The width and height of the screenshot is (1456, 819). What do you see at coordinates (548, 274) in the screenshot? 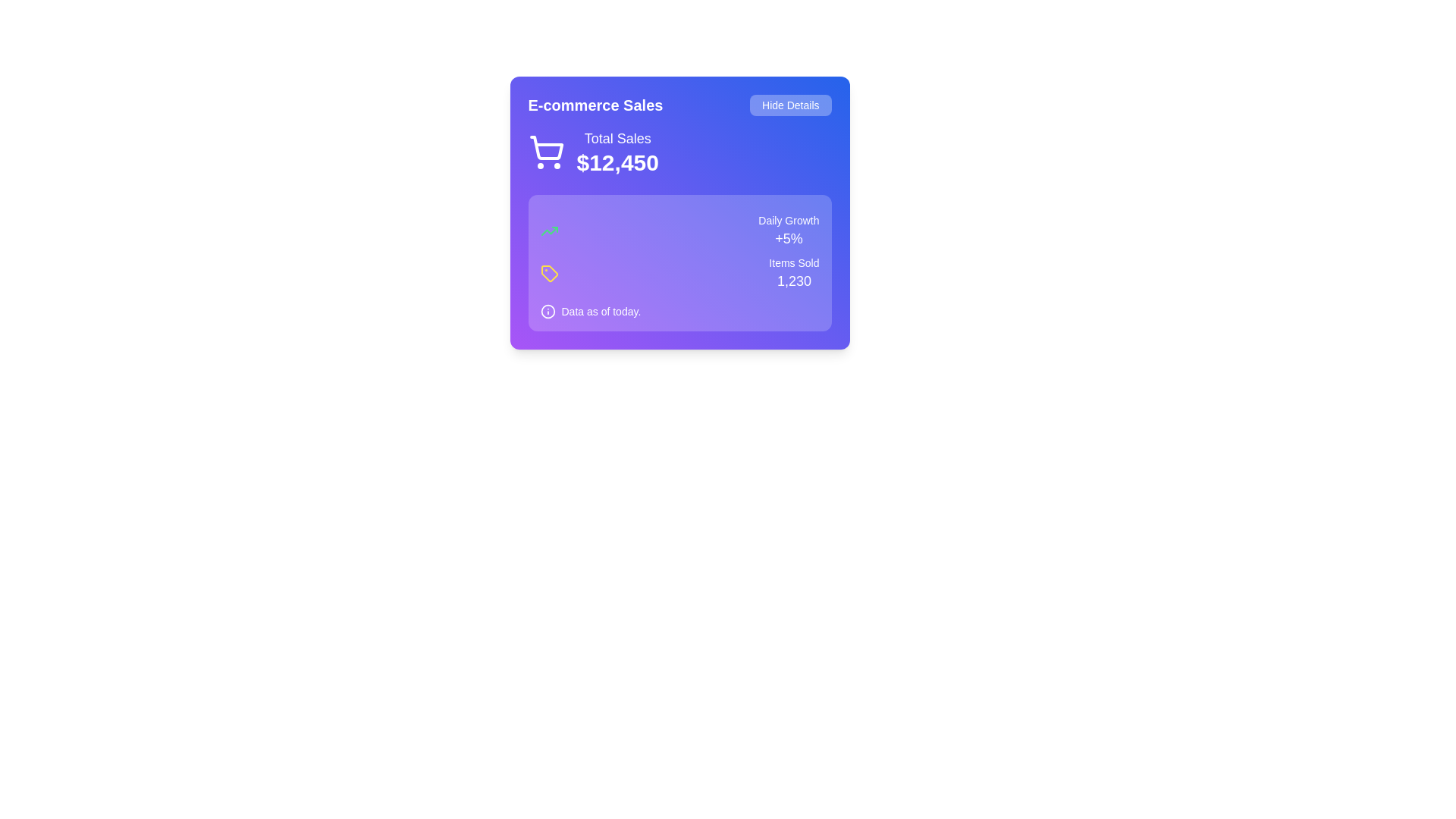
I see `the tag-shaped icon outlined in yellow, located to the left of the text 'Items Sold 1,230'` at bounding box center [548, 274].